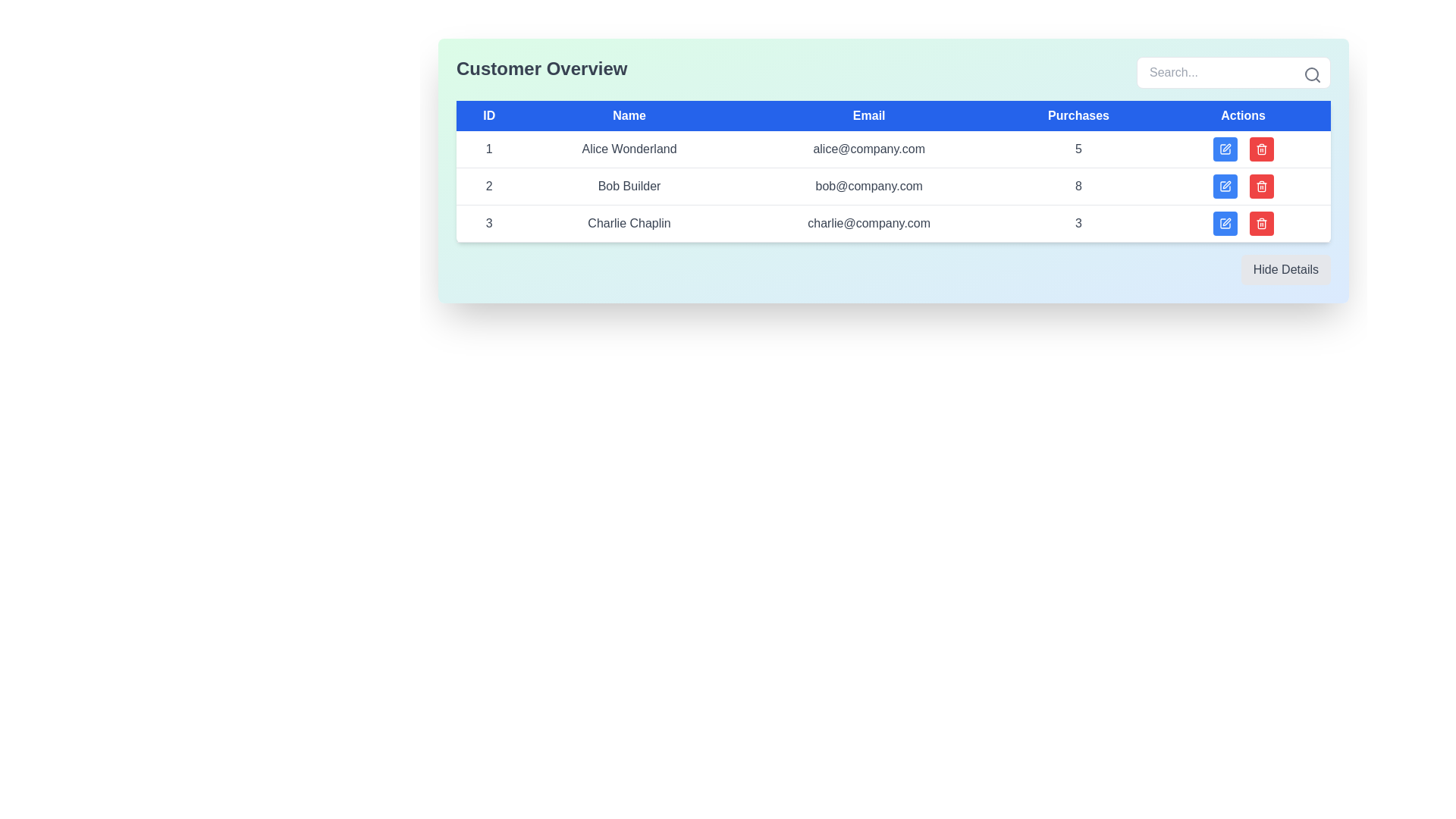  What do you see at coordinates (1225, 223) in the screenshot?
I see `the square button with a blue background and pen icon located in the last row of the table under the 'Actions' column to experience the hover effect` at bounding box center [1225, 223].